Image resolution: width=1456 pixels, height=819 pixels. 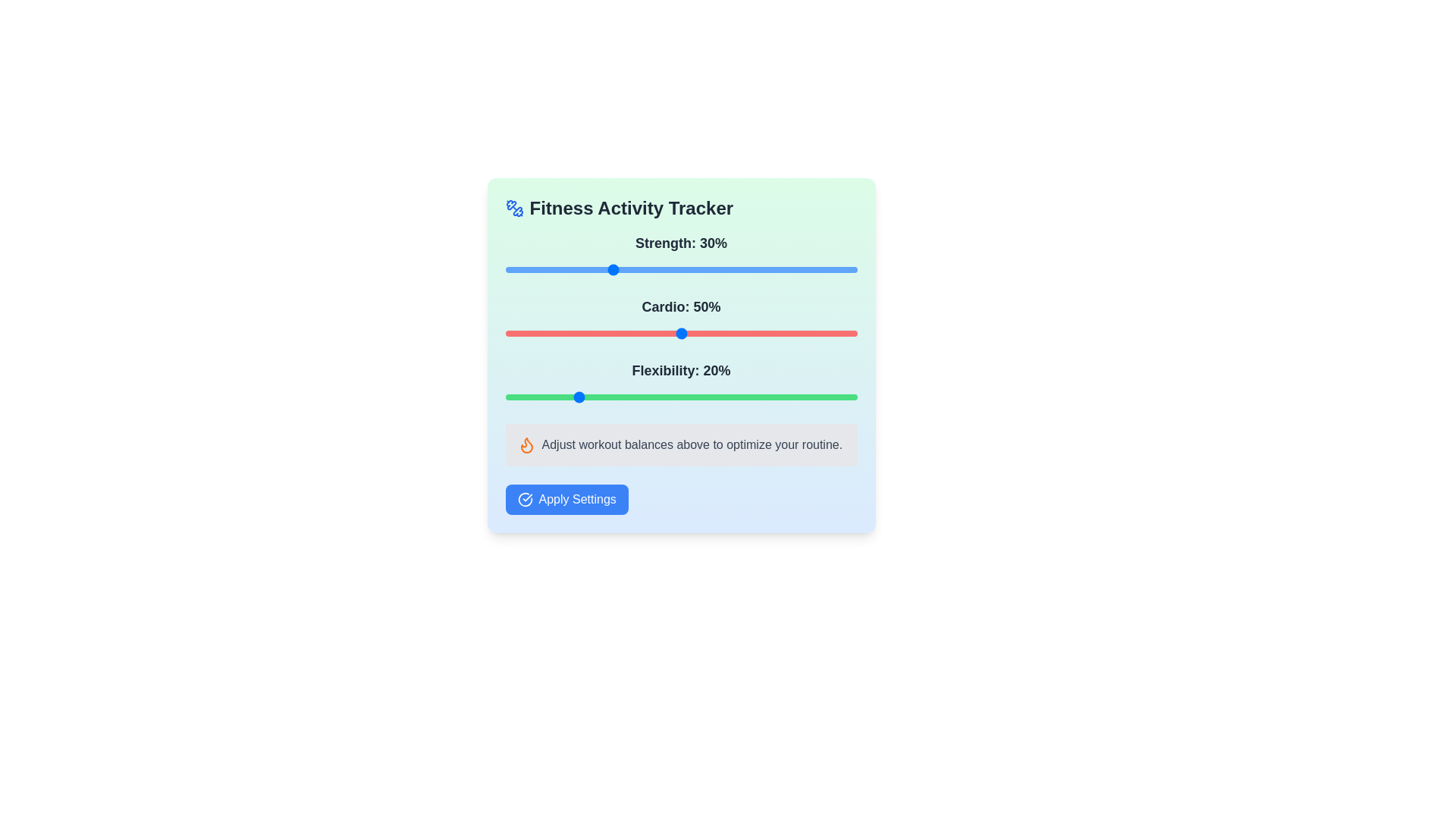 What do you see at coordinates (712, 332) in the screenshot?
I see `cardio level` at bounding box center [712, 332].